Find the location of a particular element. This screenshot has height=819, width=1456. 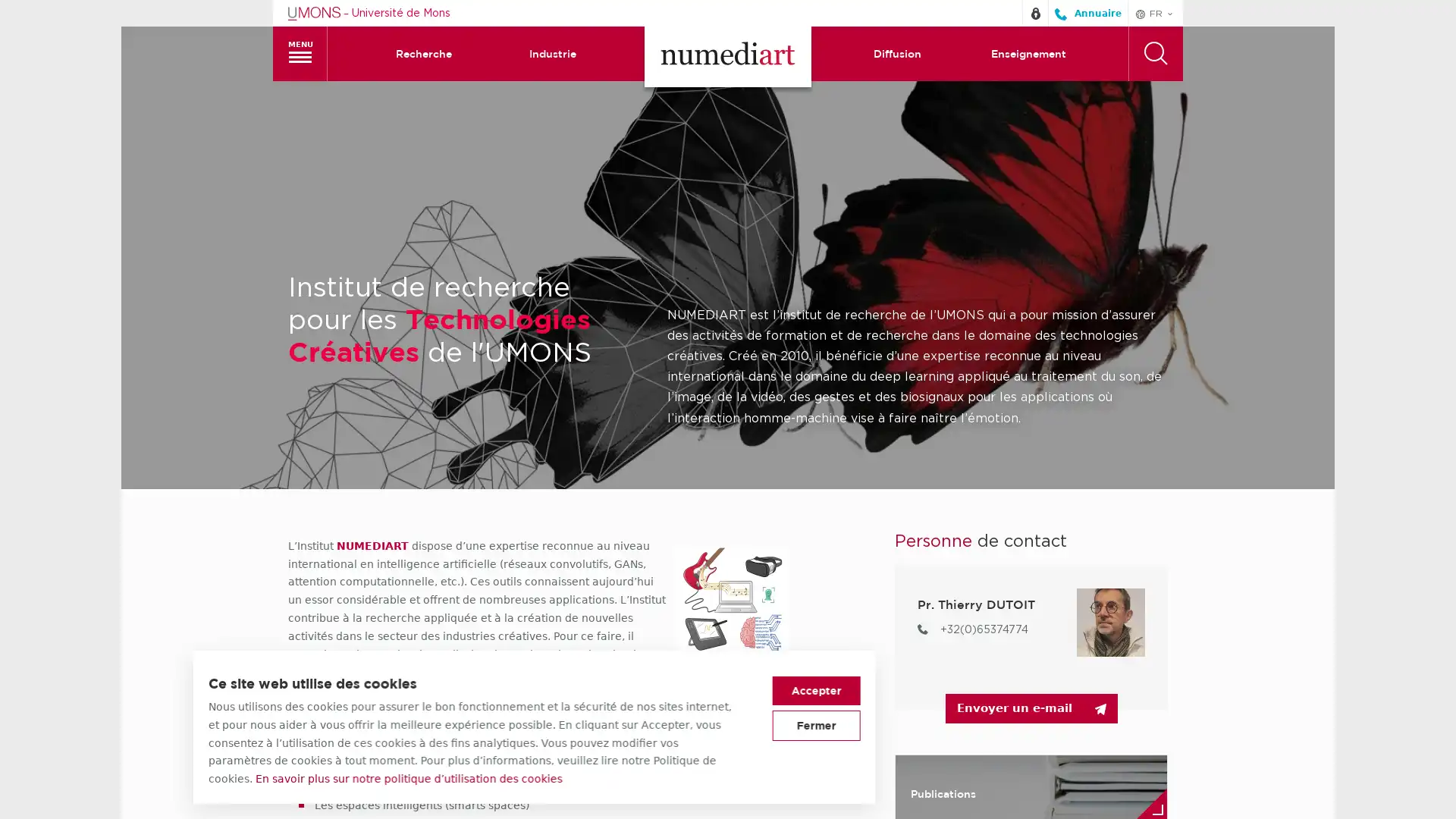

Accepter is located at coordinates (1010, 690).